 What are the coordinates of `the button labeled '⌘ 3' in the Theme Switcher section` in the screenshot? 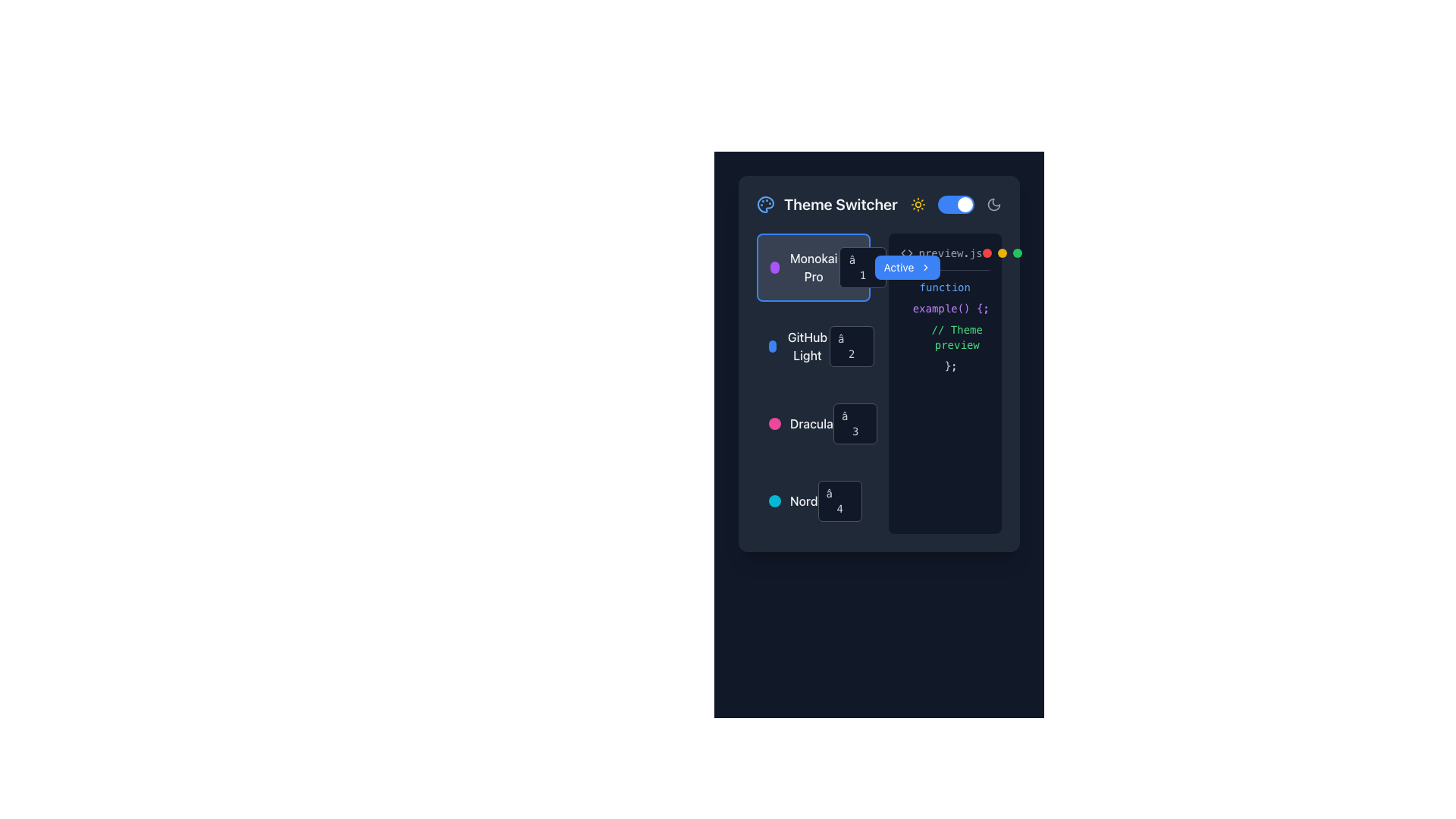 It's located at (855, 424).